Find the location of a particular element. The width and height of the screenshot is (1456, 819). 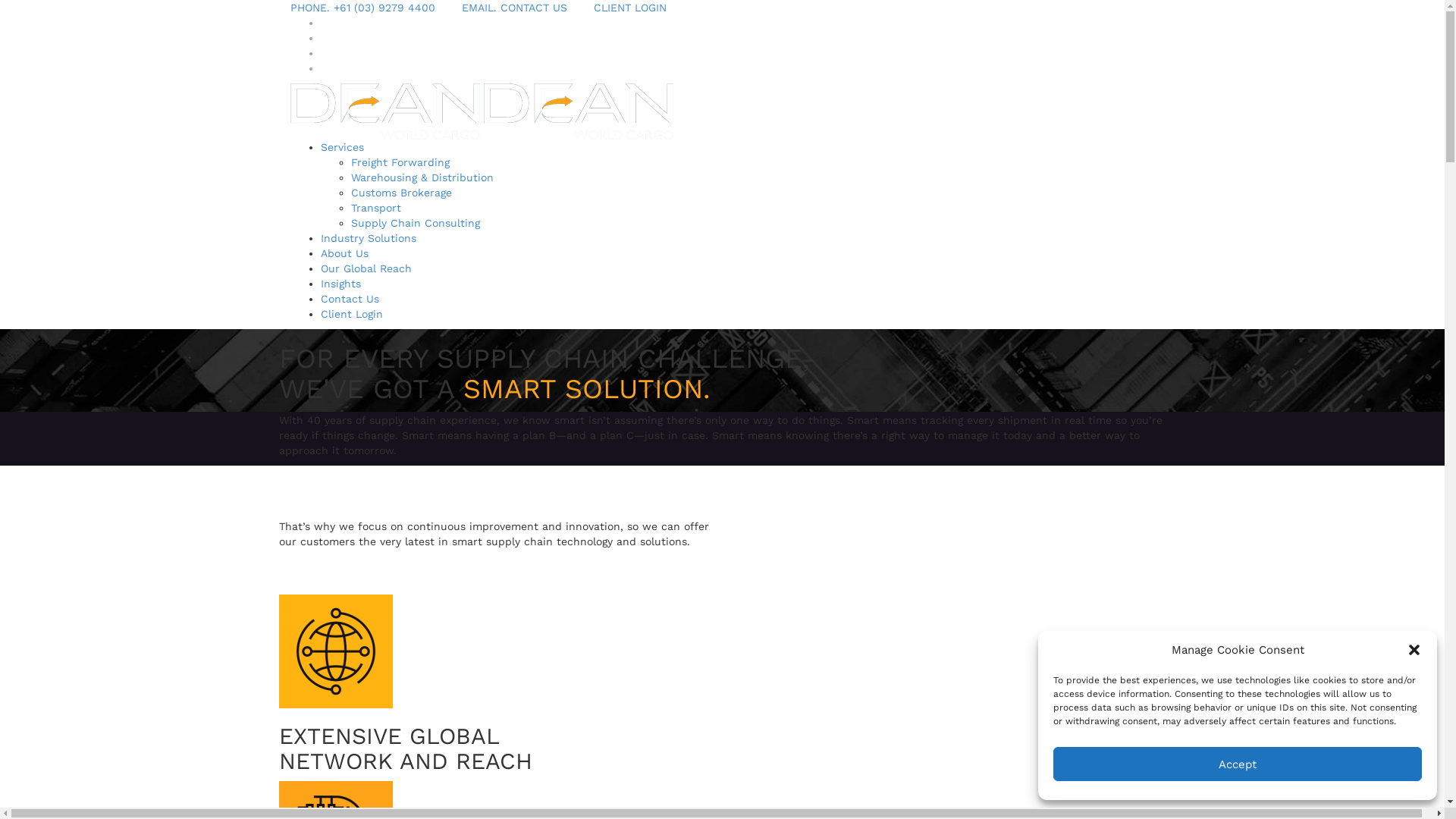

'Contact Us' is located at coordinates (348, 298).